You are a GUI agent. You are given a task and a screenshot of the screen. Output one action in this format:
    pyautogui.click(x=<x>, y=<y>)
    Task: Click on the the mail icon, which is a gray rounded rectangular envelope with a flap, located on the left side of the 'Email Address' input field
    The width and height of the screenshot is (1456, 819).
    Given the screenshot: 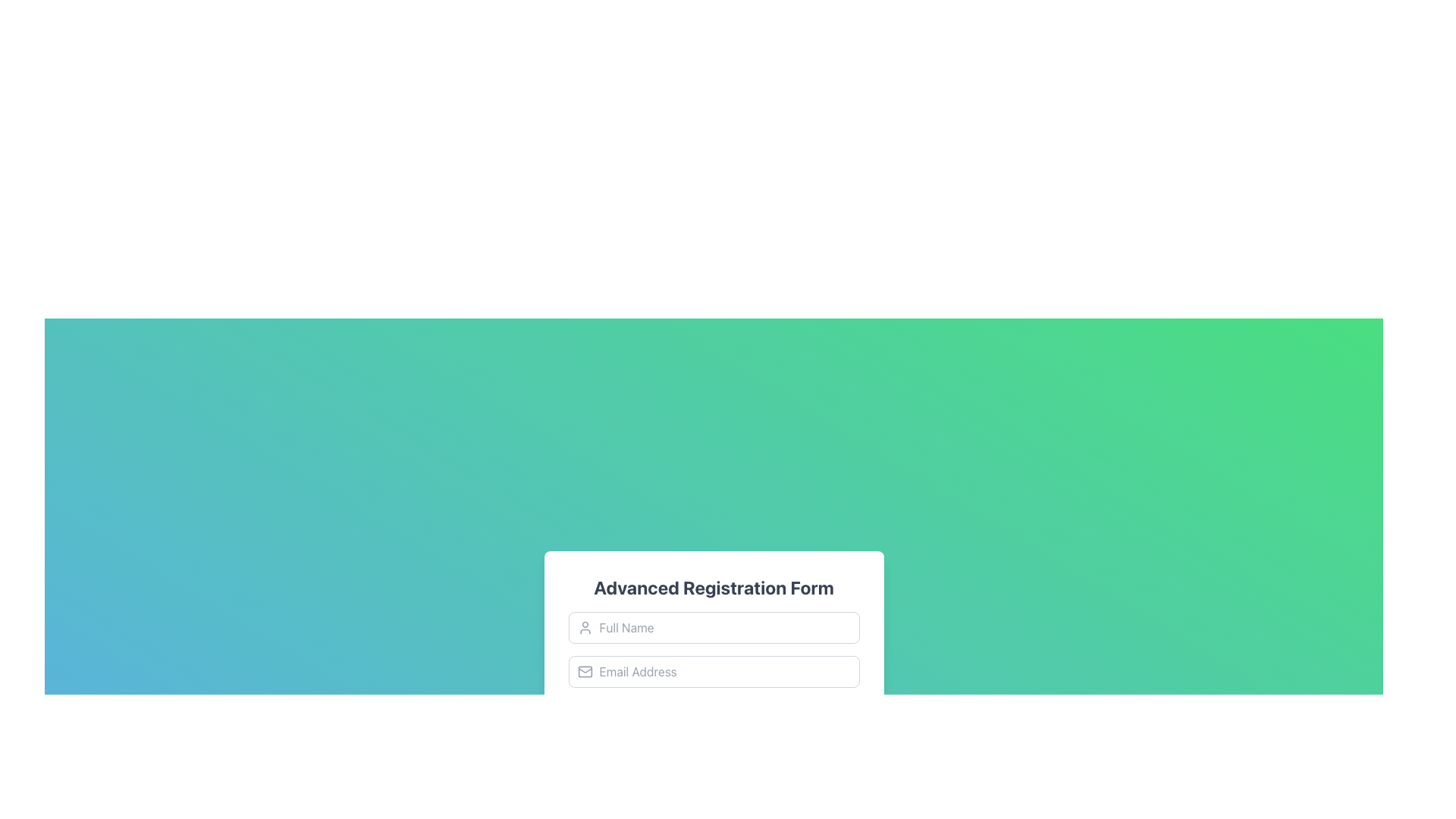 What is the action you would take?
    pyautogui.click(x=584, y=671)
    